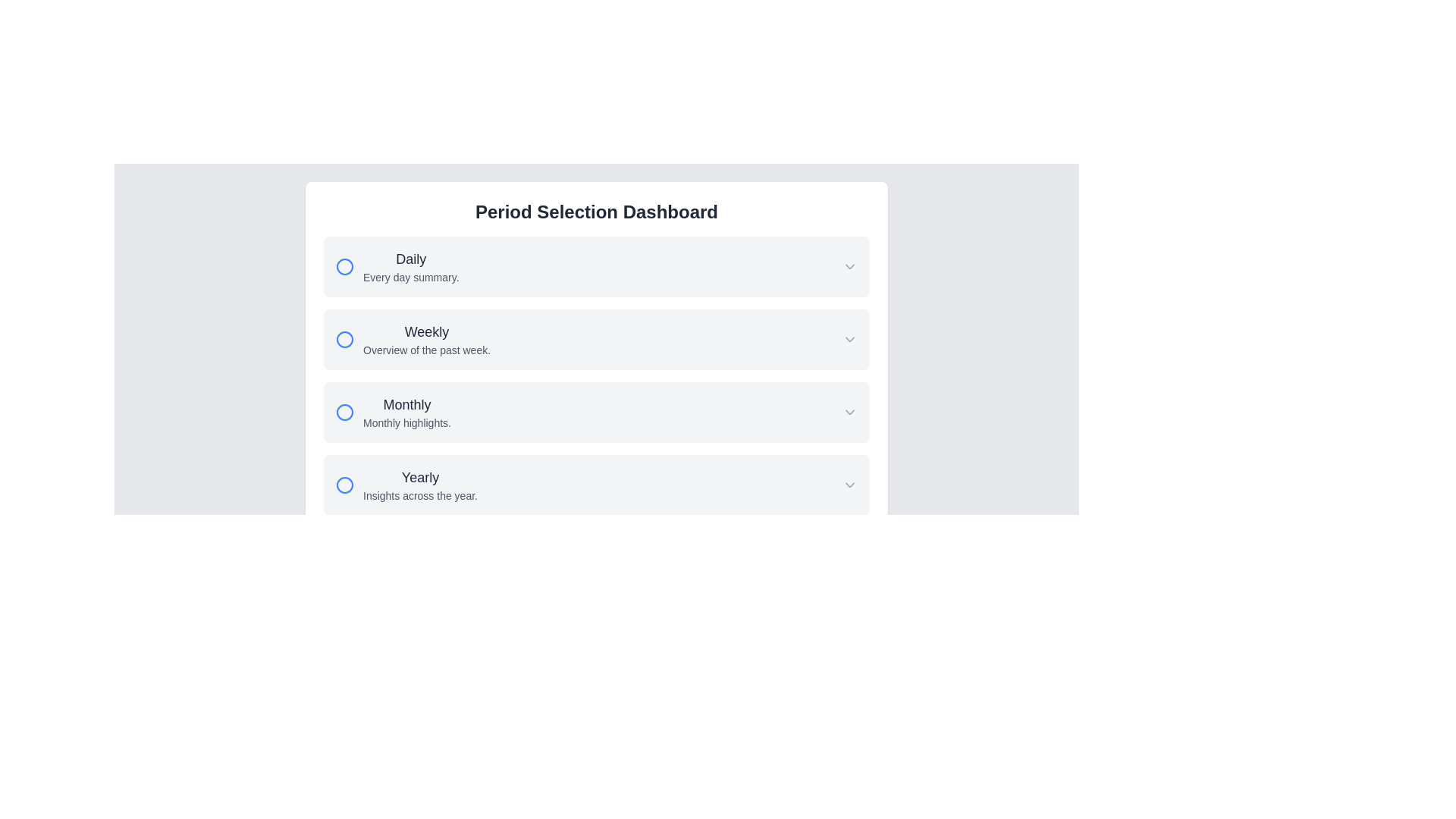 This screenshot has height=819, width=1456. I want to click on the SVG circle element located near the 'Daily' label in the period selection options, so click(344, 265).